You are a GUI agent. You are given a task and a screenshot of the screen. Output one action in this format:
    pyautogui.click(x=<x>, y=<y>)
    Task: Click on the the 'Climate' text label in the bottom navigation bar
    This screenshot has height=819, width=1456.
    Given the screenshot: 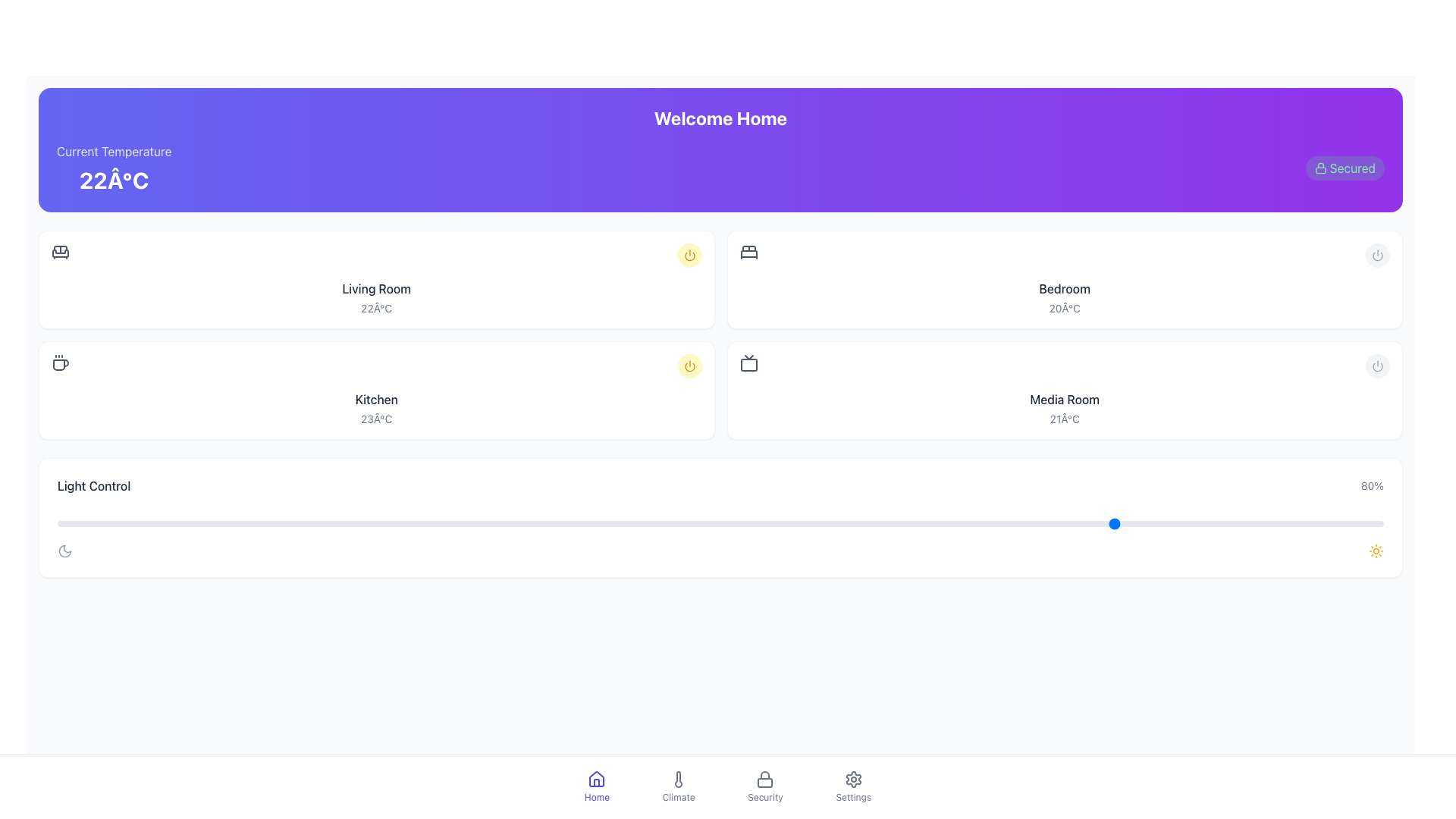 What is the action you would take?
    pyautogui.click(x=678, y=797)
    